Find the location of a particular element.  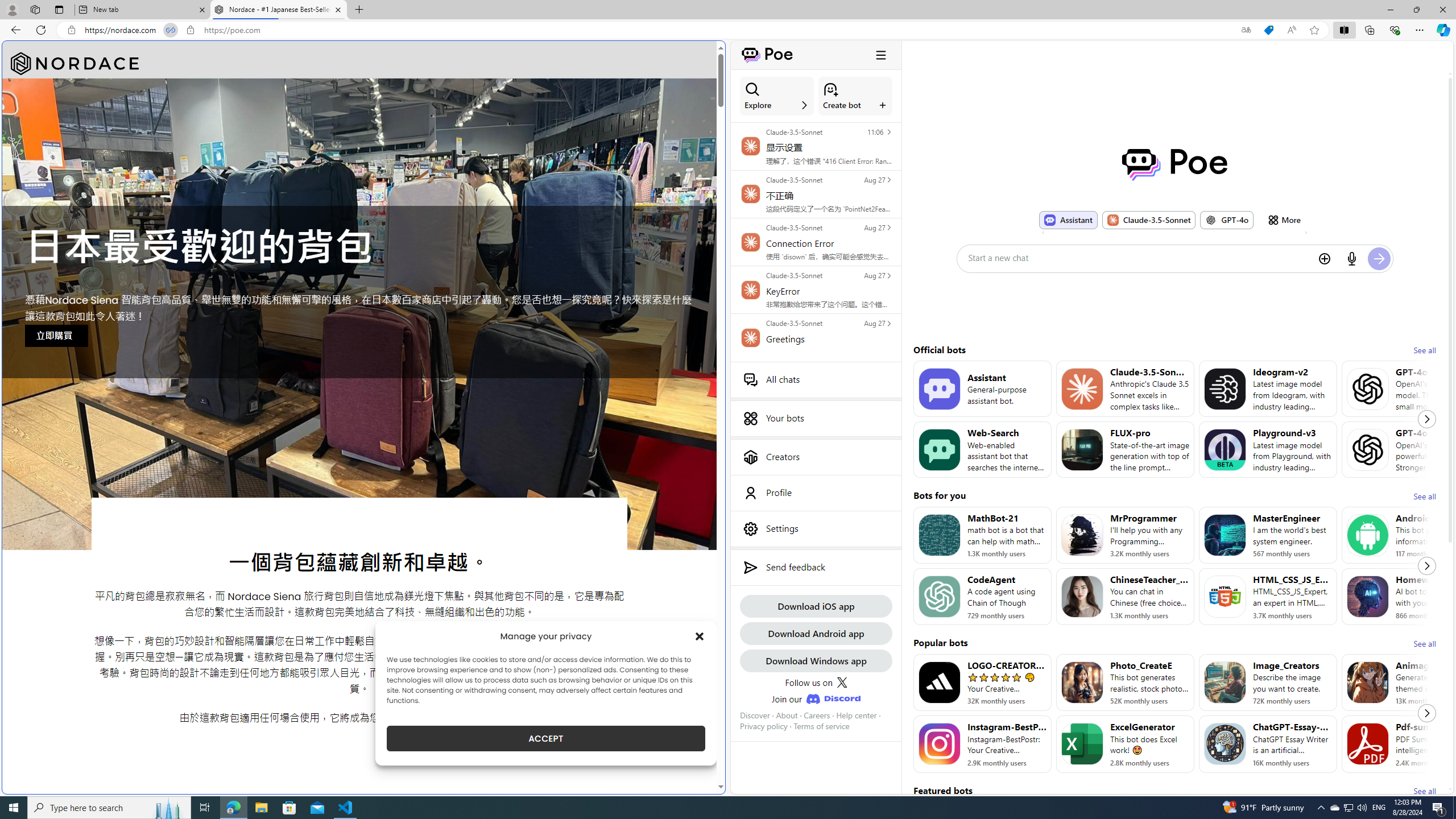

'Class: JoinDiscordLink_discordIcon__Xw13A' is located at coordinates (833, 699).